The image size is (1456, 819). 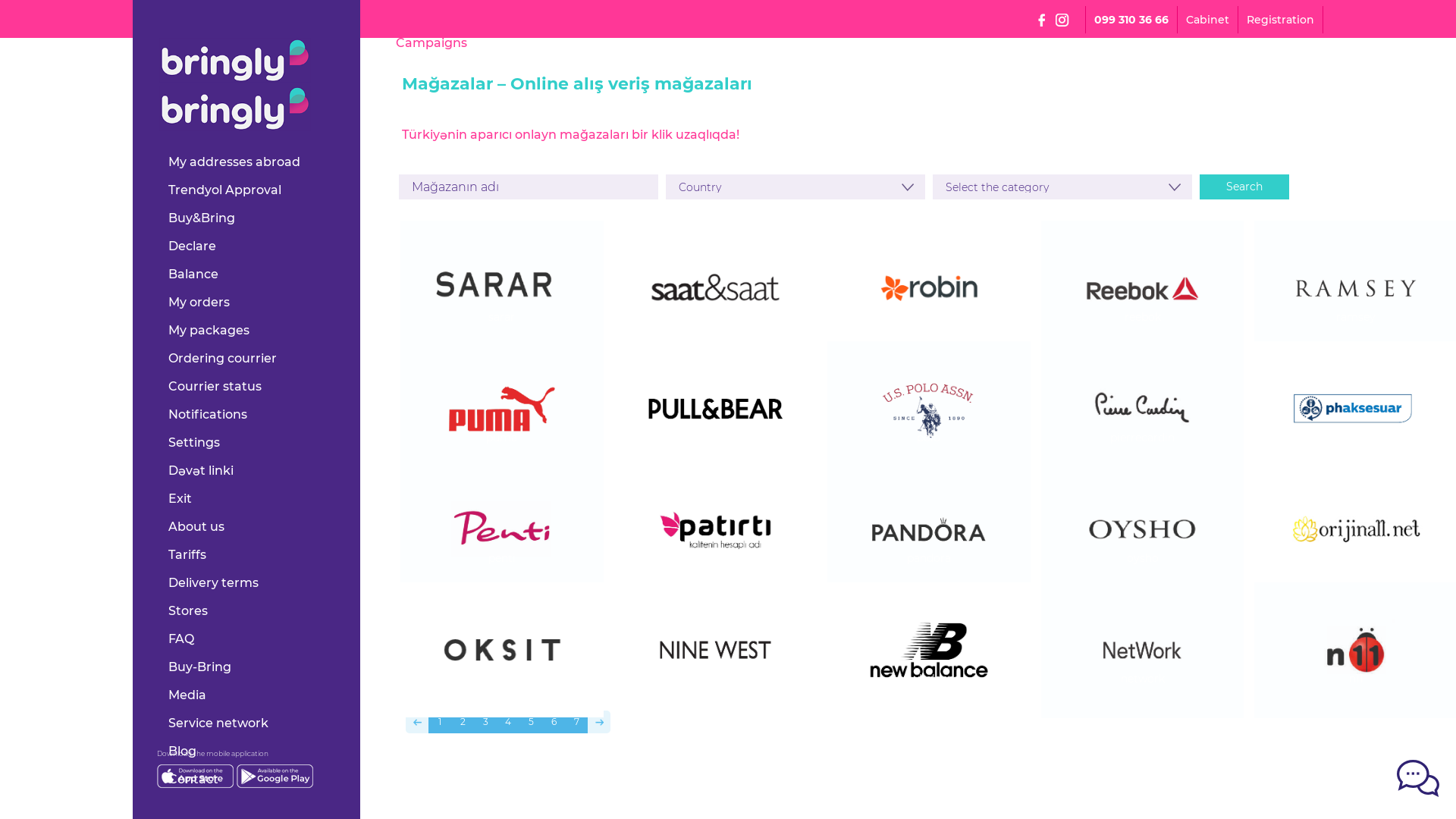 I want to click on 'Registration', so click(x=1246, y=20).